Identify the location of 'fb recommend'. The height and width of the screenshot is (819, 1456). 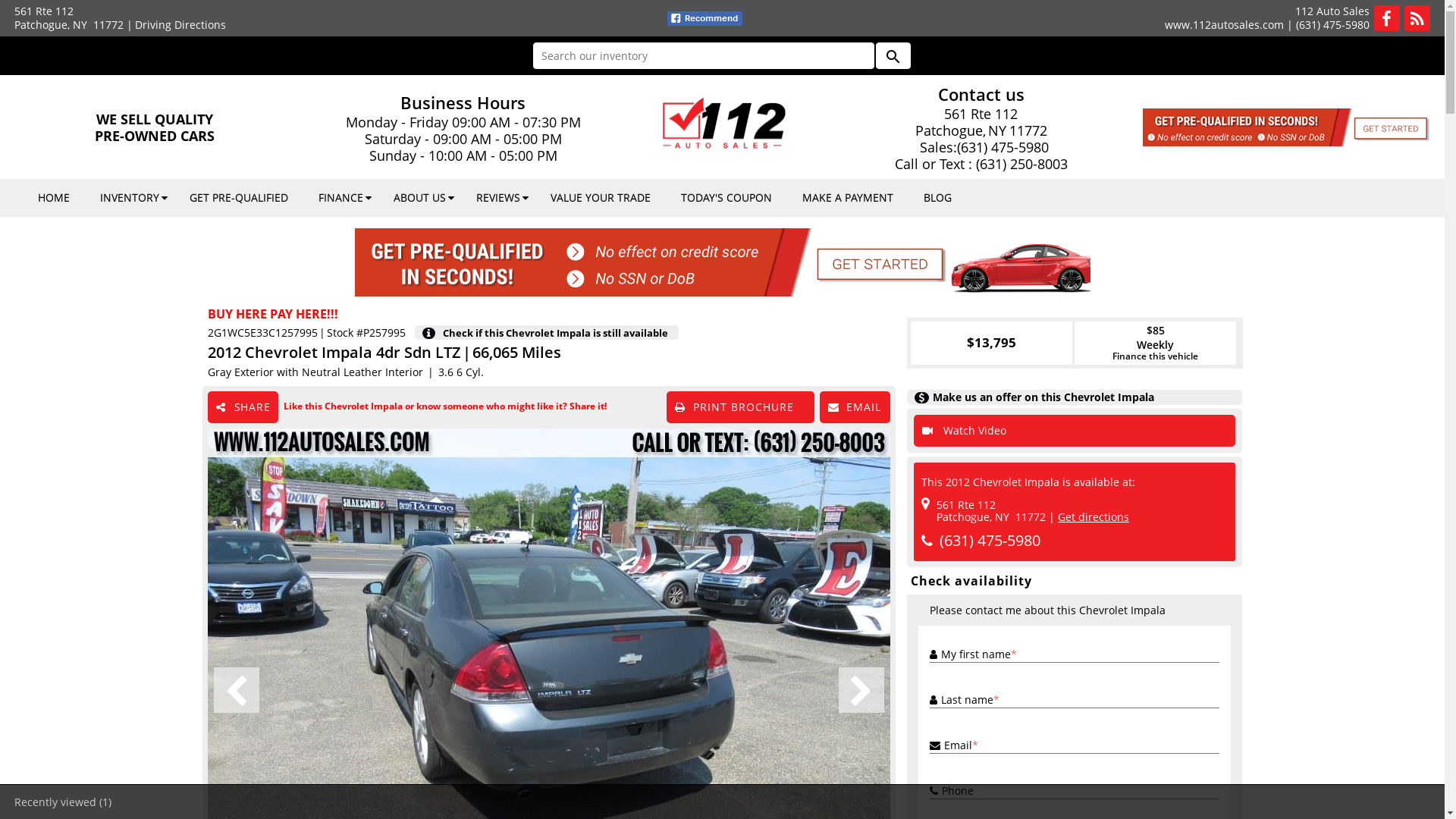
(704, 18).